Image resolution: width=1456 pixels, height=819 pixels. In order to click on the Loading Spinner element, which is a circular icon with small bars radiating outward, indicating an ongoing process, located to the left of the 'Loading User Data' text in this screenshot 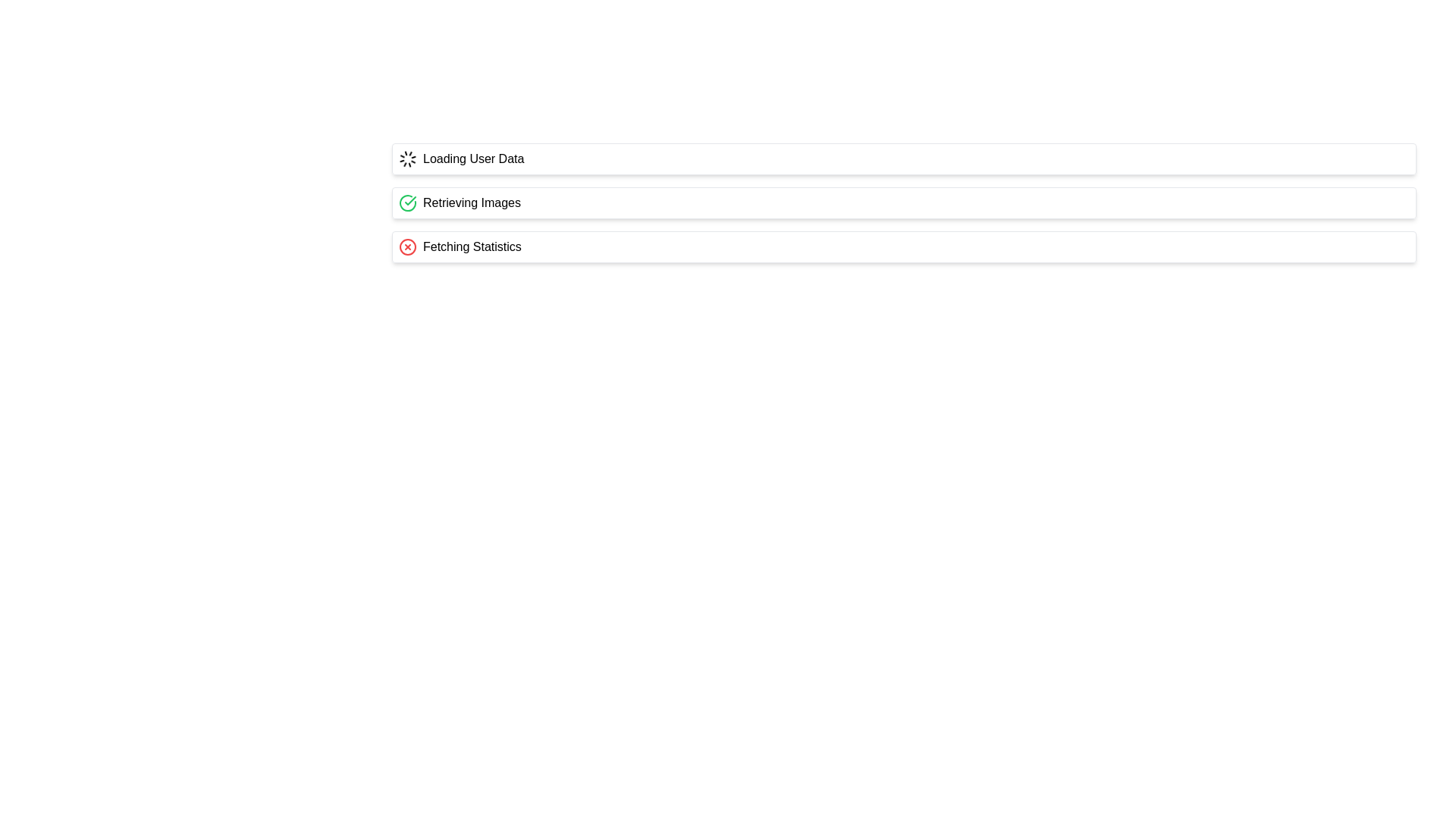, I will do `click(407, 158)`.